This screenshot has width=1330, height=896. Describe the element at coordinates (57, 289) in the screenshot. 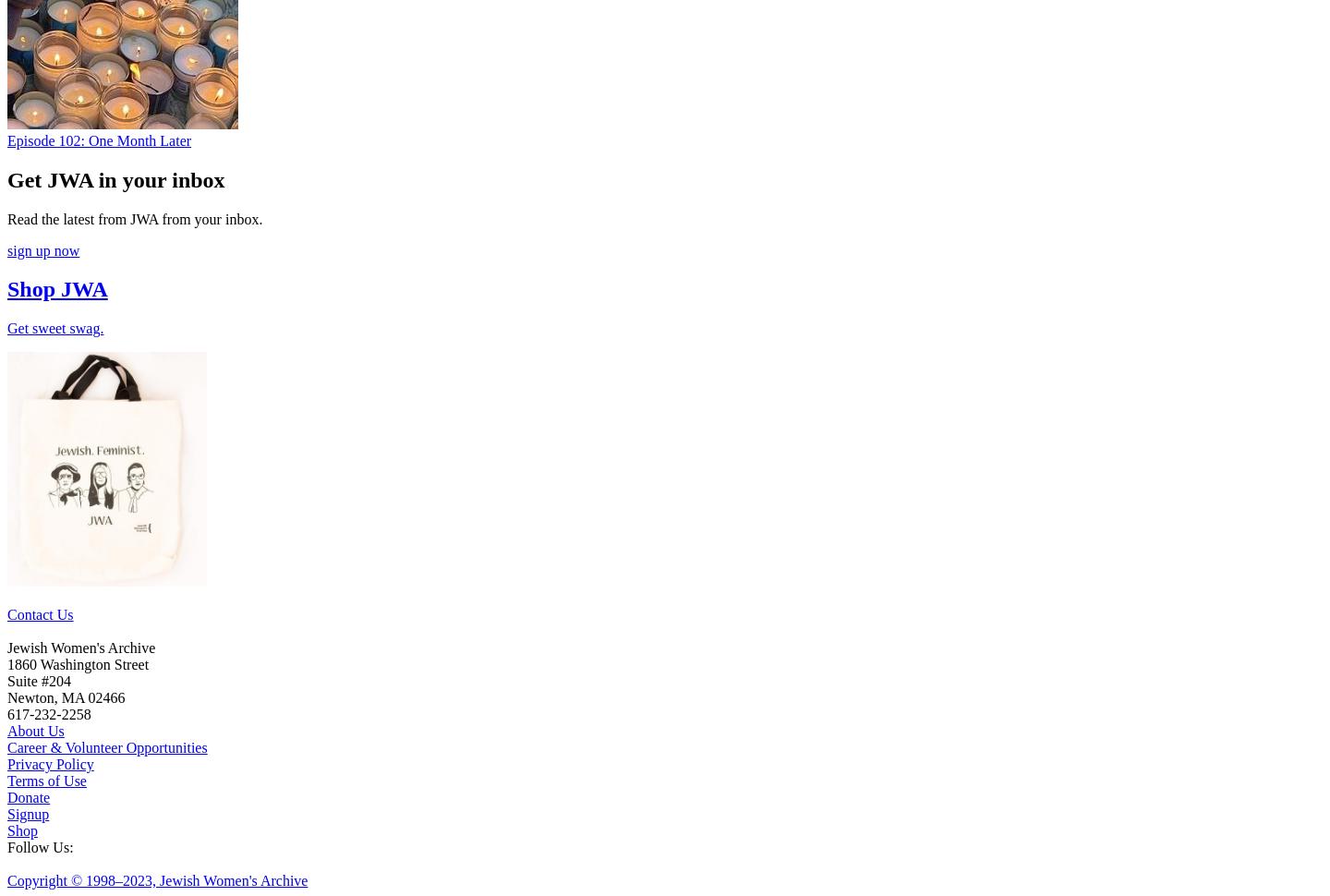

I see `'Shop JWA'` at that location.